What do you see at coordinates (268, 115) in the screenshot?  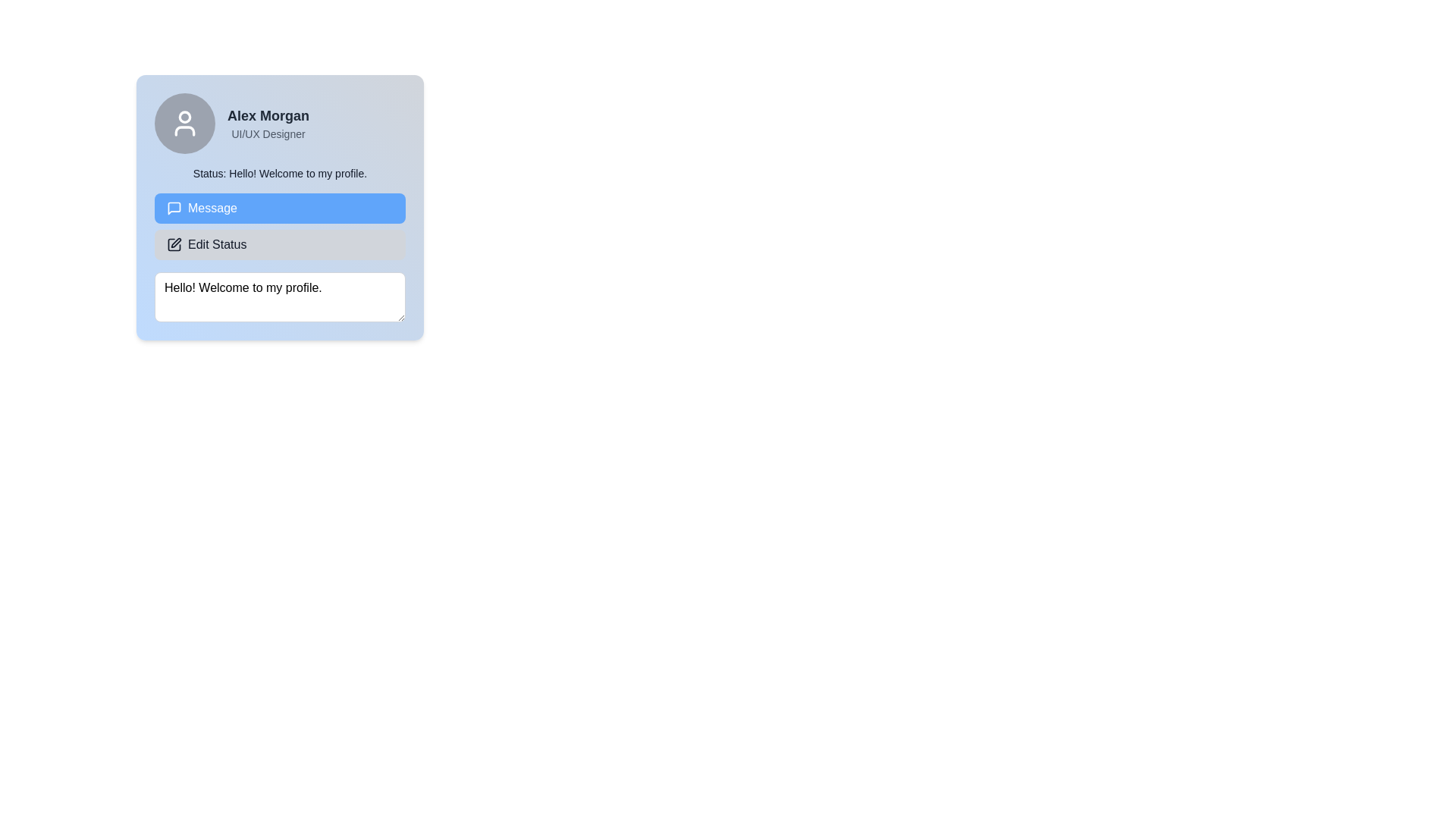 I see `the text display element that represents the user's identity within the profile card, located at the upper section and centrally aligned` at bounding box center [268, 115].